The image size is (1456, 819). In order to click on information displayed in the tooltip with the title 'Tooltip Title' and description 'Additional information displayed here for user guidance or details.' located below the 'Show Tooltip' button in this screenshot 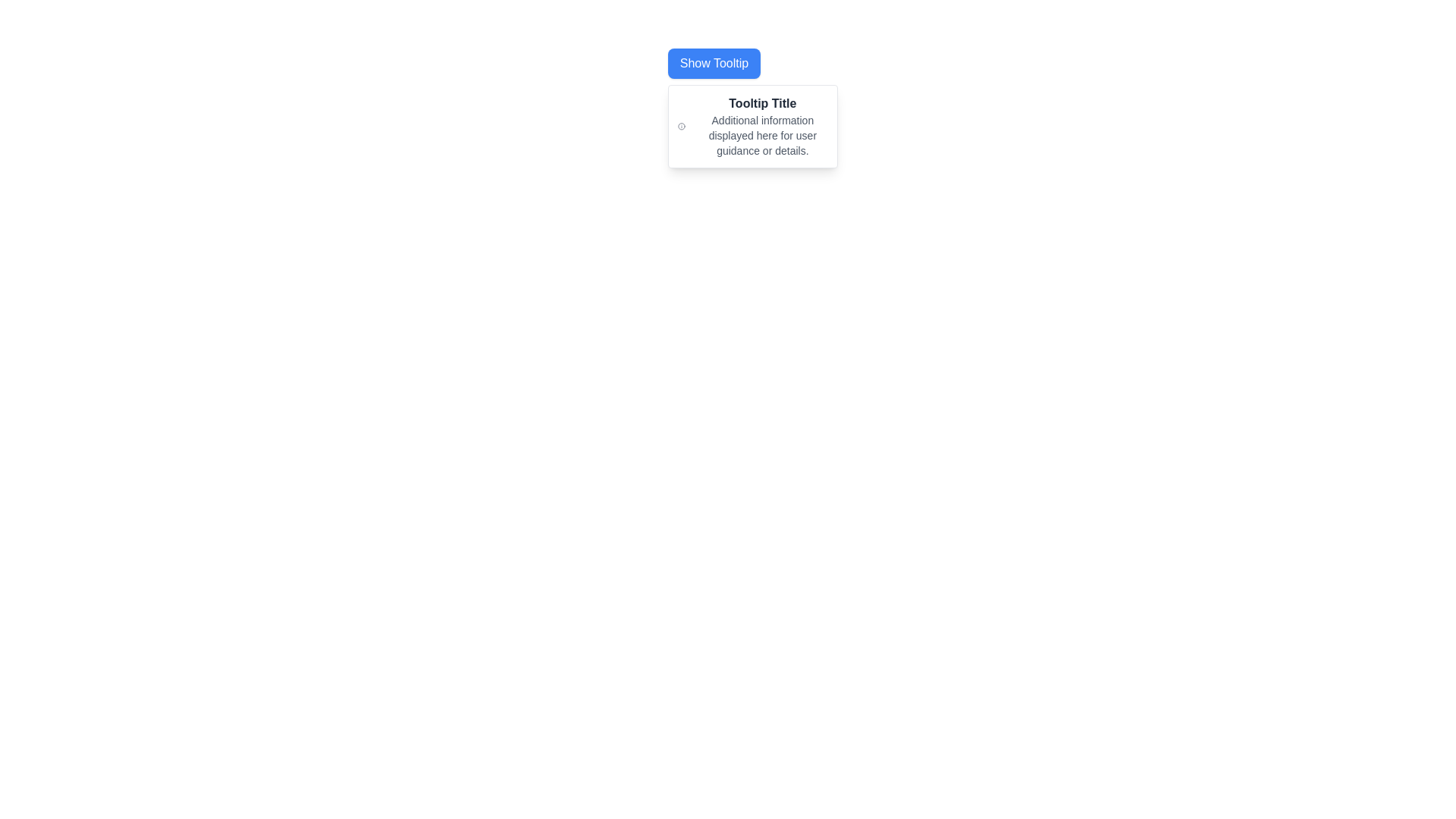, I will do `click(752, 125)`.